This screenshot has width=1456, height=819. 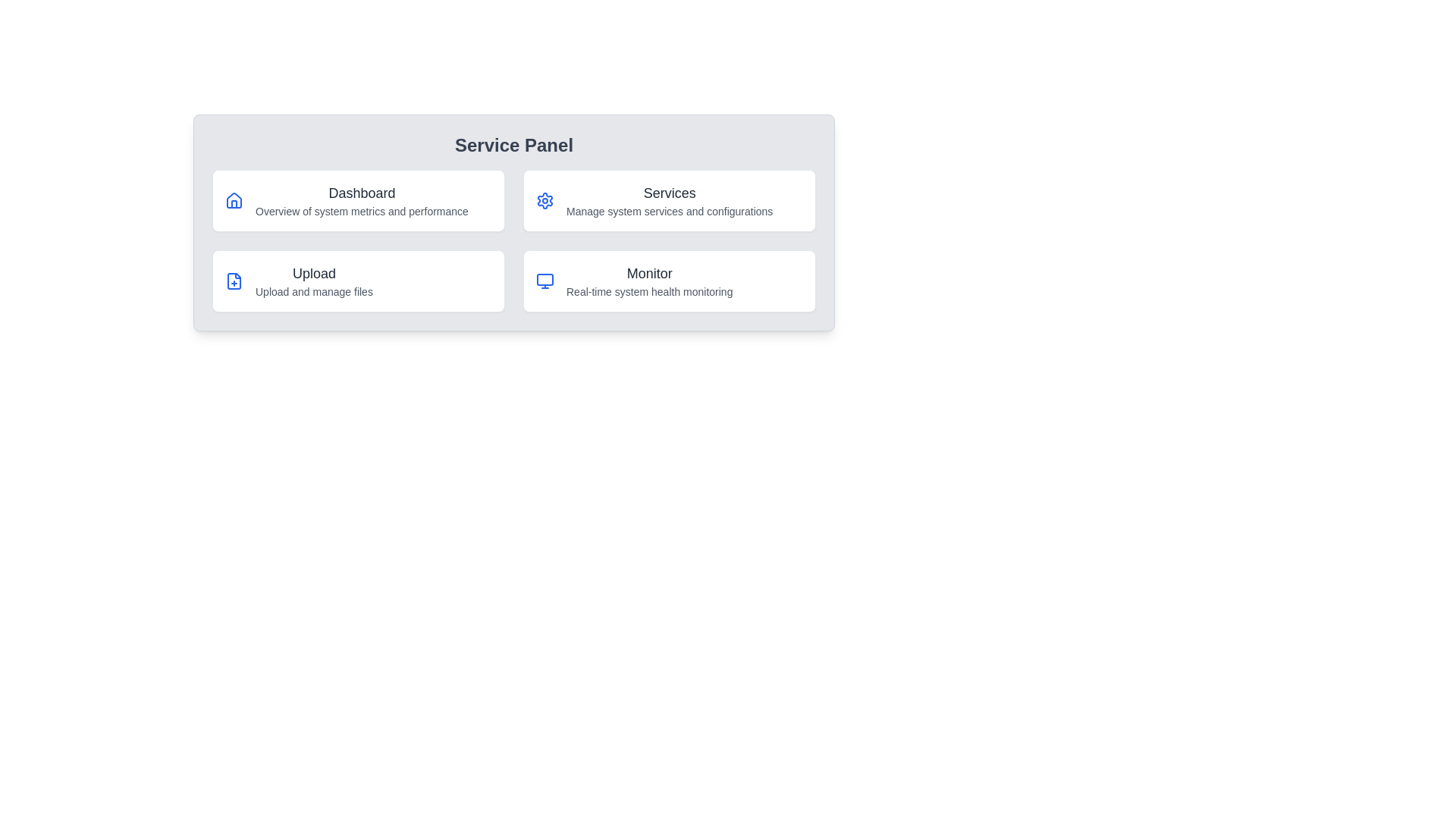 I want to click on the decorative graphical element that represents the upper section of the SVG monitor icon located at the bottom-right of the Service Panel within the 'Monitor' card, so click(x=545, y=280).